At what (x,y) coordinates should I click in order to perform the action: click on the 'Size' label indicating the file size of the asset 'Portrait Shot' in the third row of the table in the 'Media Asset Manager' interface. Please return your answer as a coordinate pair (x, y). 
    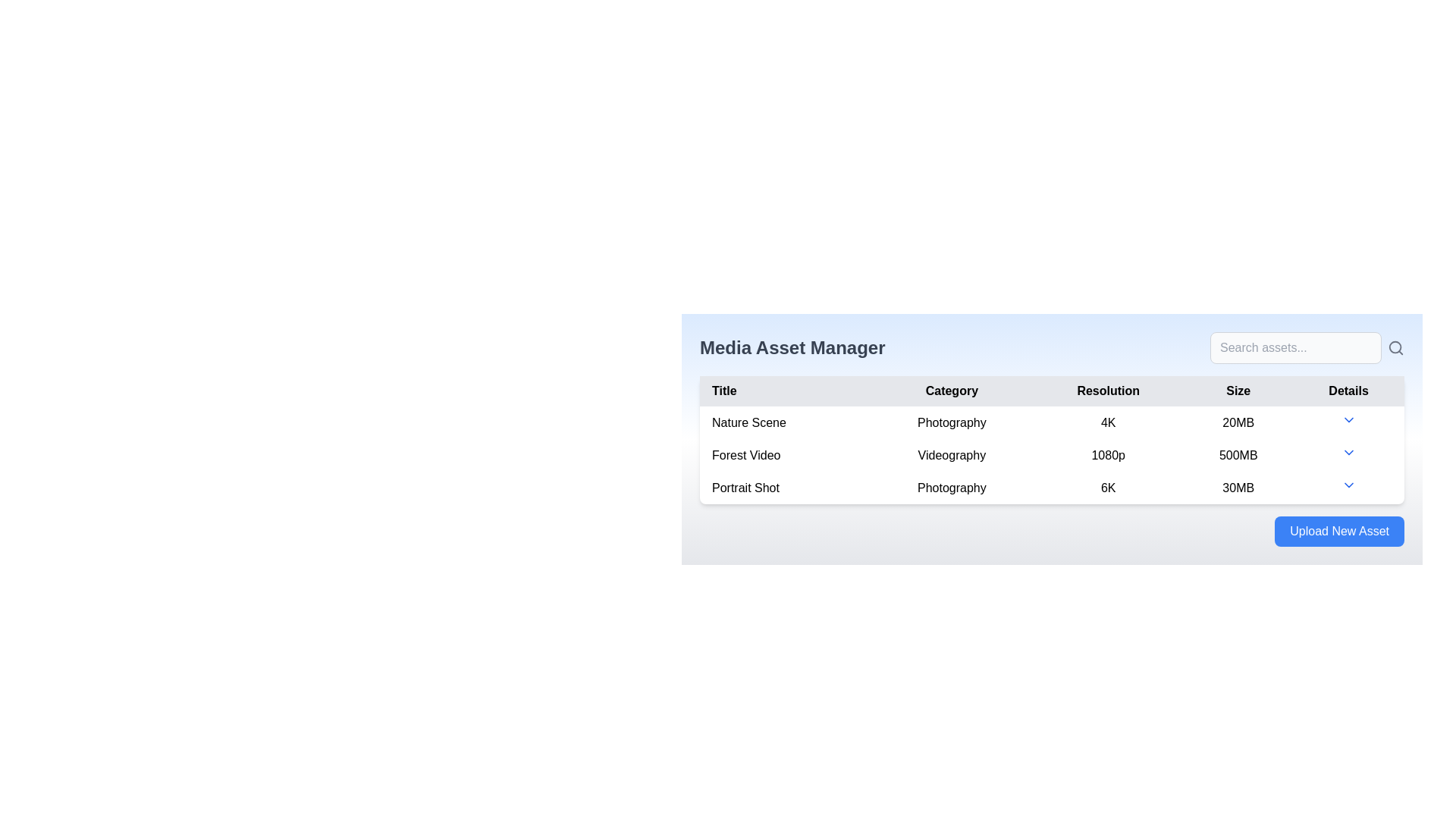
    Looking at the image, I should click on (1238, 488).